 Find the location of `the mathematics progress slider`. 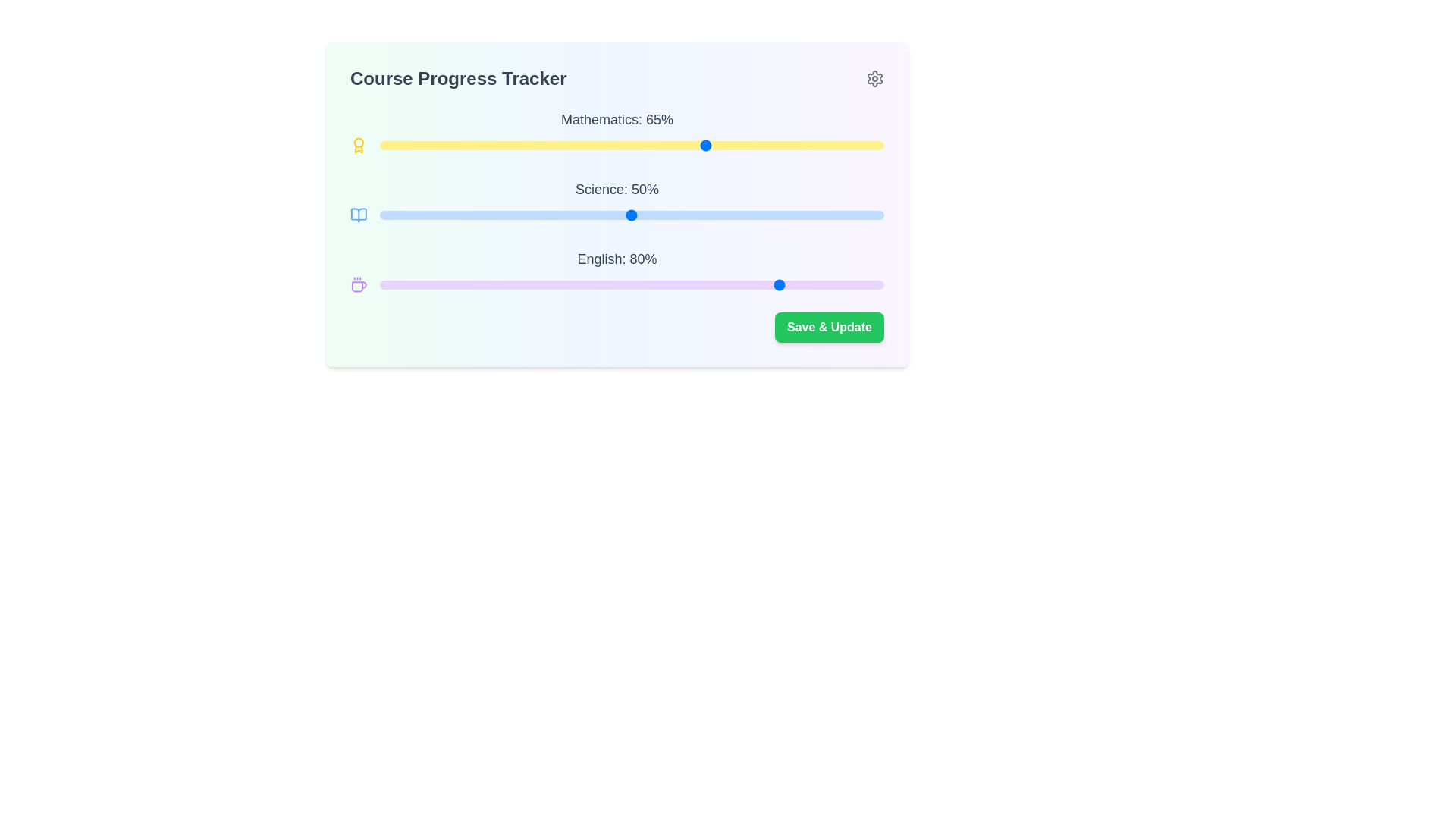

the mathematics progress slider is located at coordinates (758, 146).